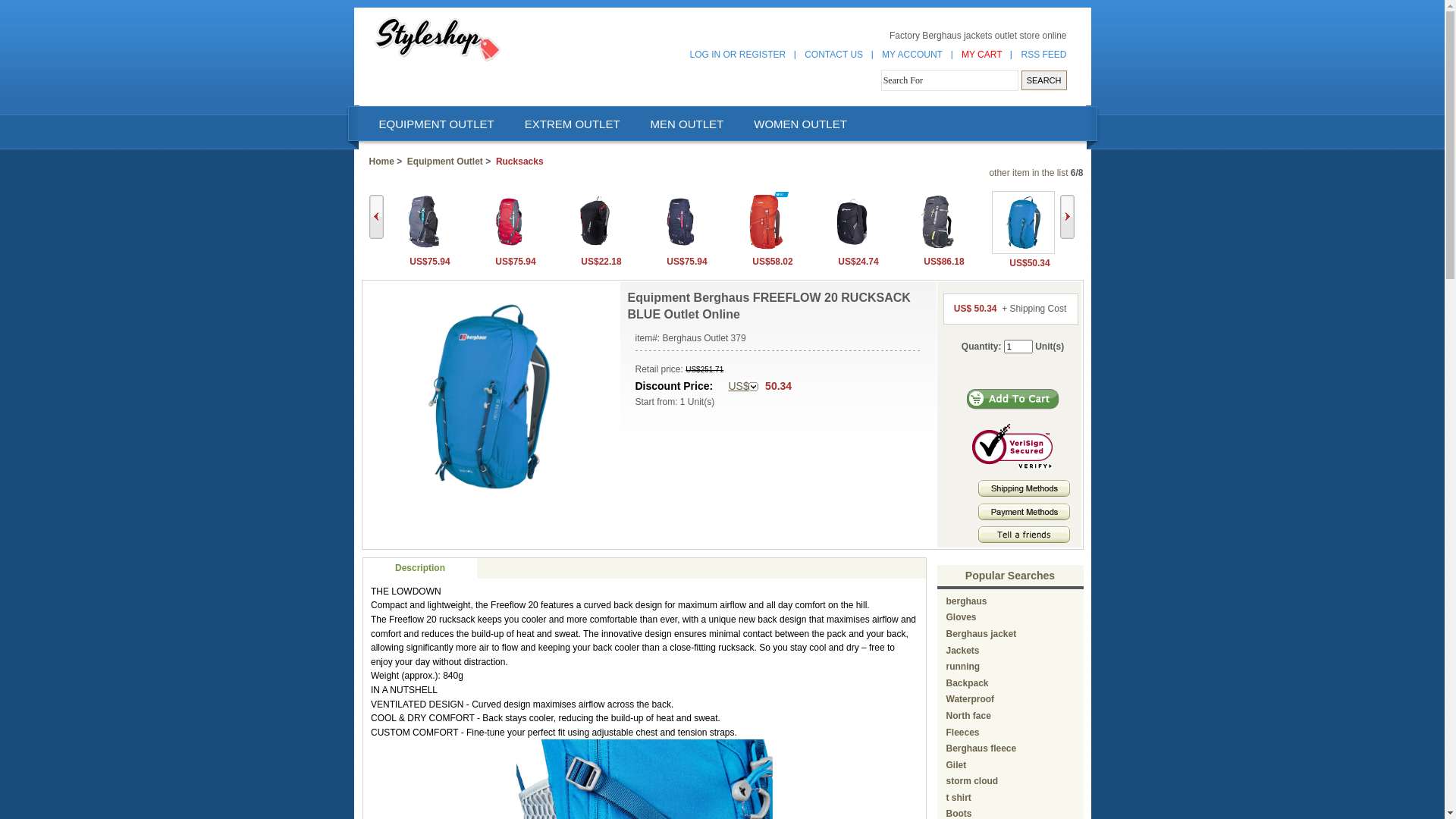  Describe the element at coordinates (833, 54) in the screenshot. I see `'CONTACT US'` at that location.